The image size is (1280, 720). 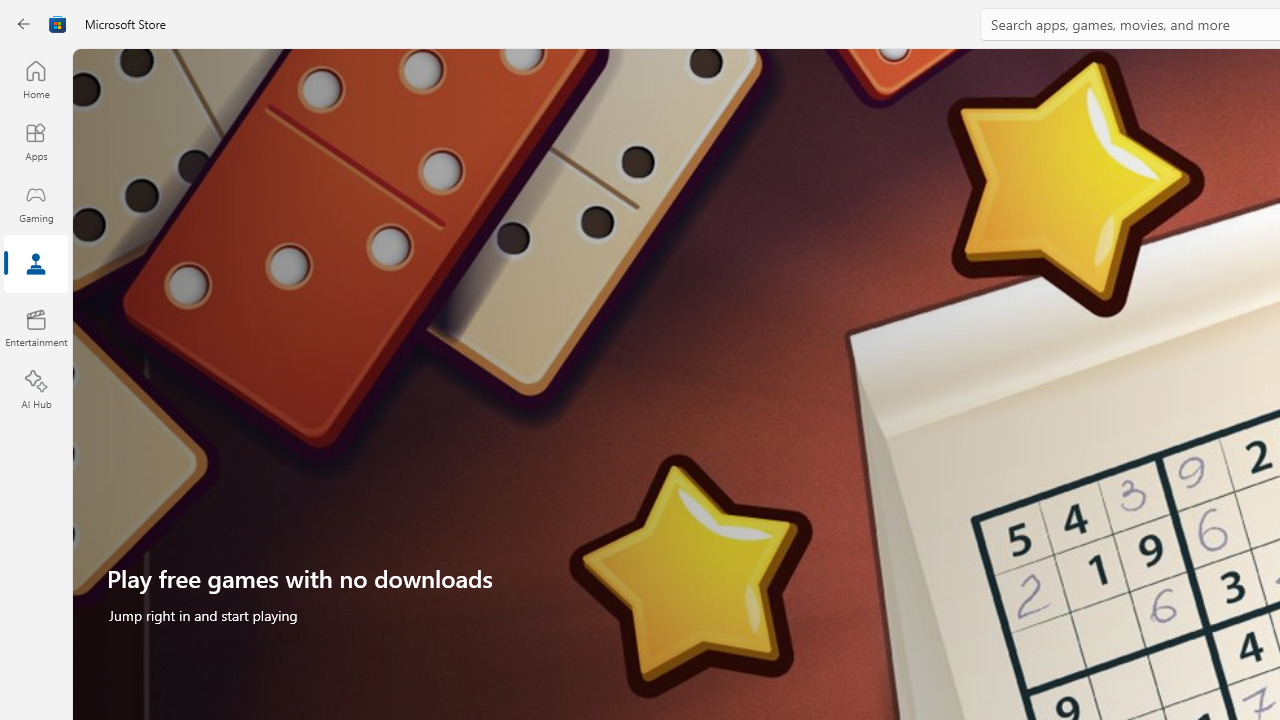 What do you see at coordinates (35, 203) in the screenshot?
I see `'Gaming'` at bounding box center [35, 203].